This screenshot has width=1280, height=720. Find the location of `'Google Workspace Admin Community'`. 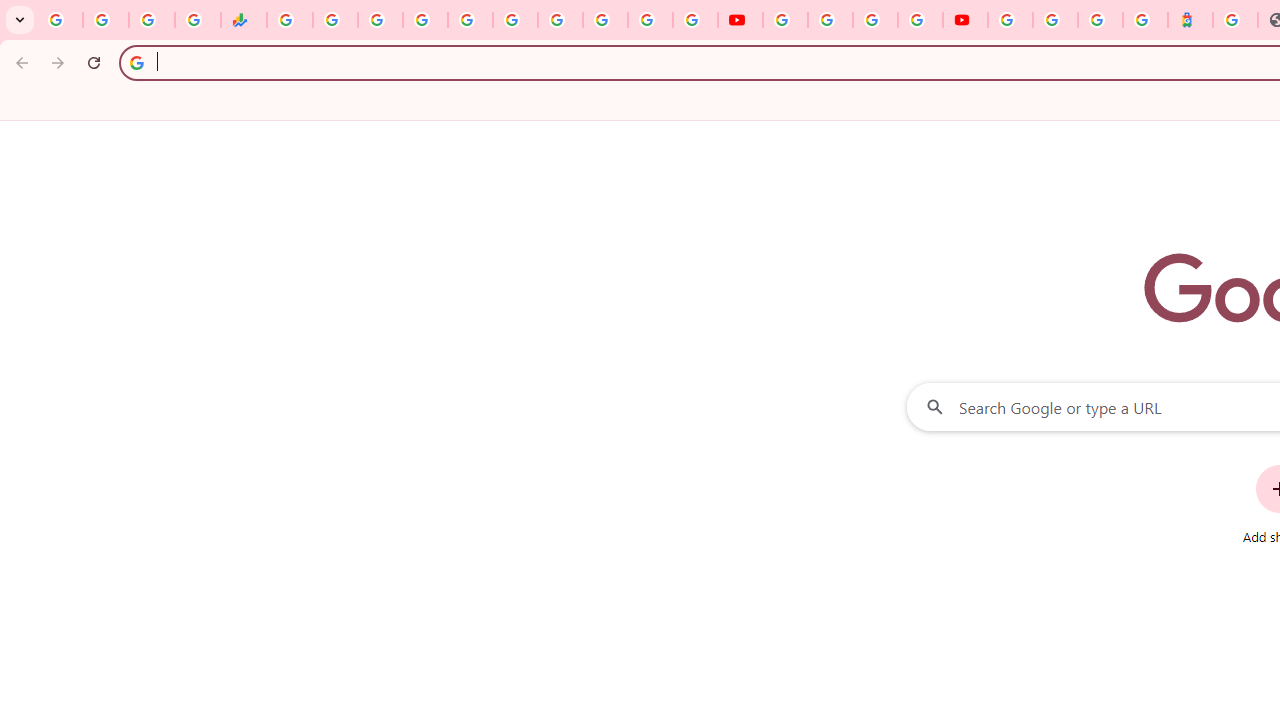

'Google Workspace Admin Community' is located at coordinates (60, 20).